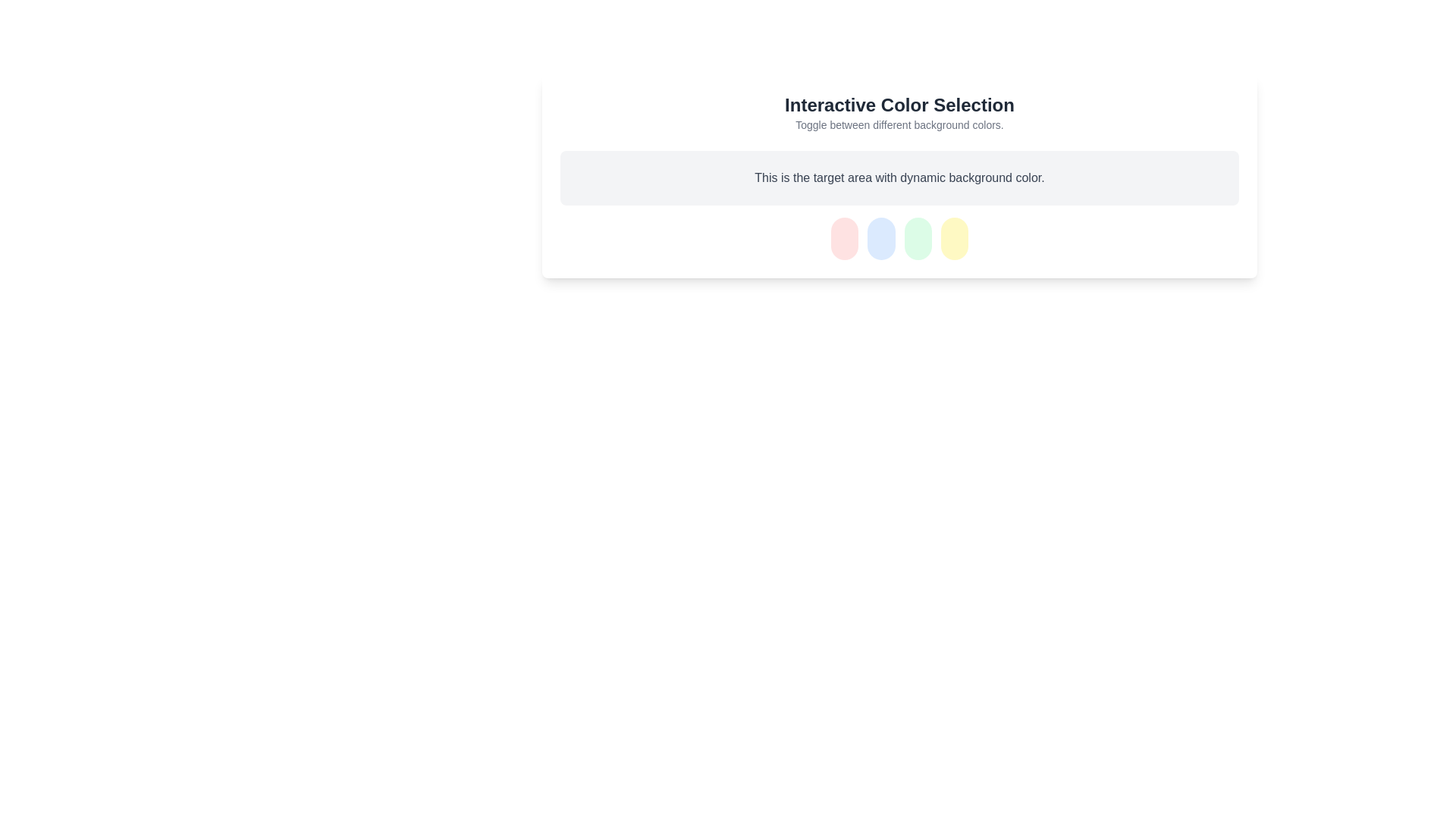 The width and height of the screenshot is (1456, 819). I want to click on the heading titled 'Interactive Color Selection', which is bold, large (2XL font), dark gray, and centrally aligned at the top of its section, so click(899, 104).